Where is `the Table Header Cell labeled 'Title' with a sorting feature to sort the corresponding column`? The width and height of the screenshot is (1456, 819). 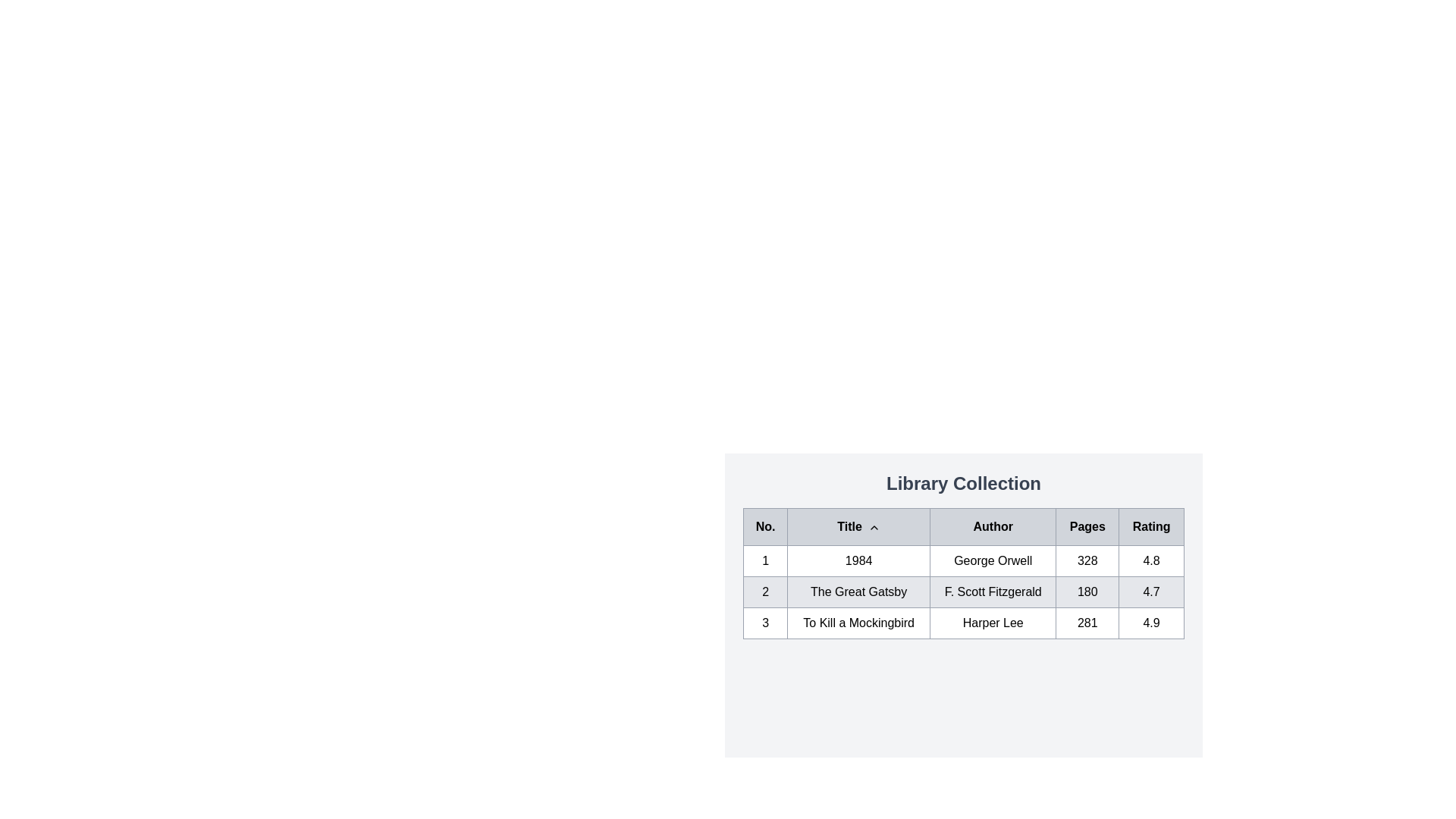 the Table Header Cell labeled 'Title' with a sorting feature to sort the corresponding column is located at coordinates (858, 526).